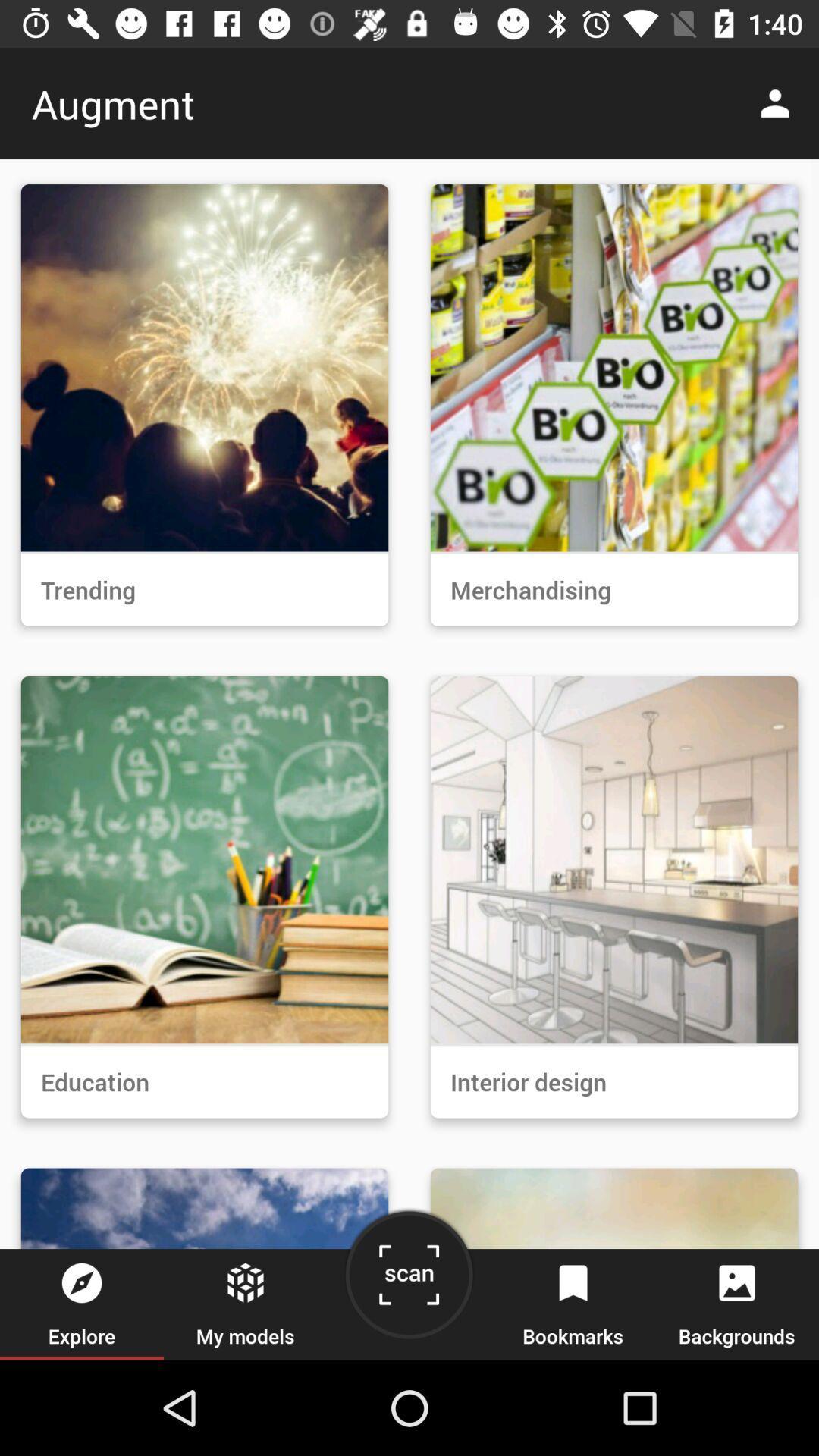 The height and width of the screenshot is (1456, 819). I want to click on item to the right of the augment item, so click(779, 102).